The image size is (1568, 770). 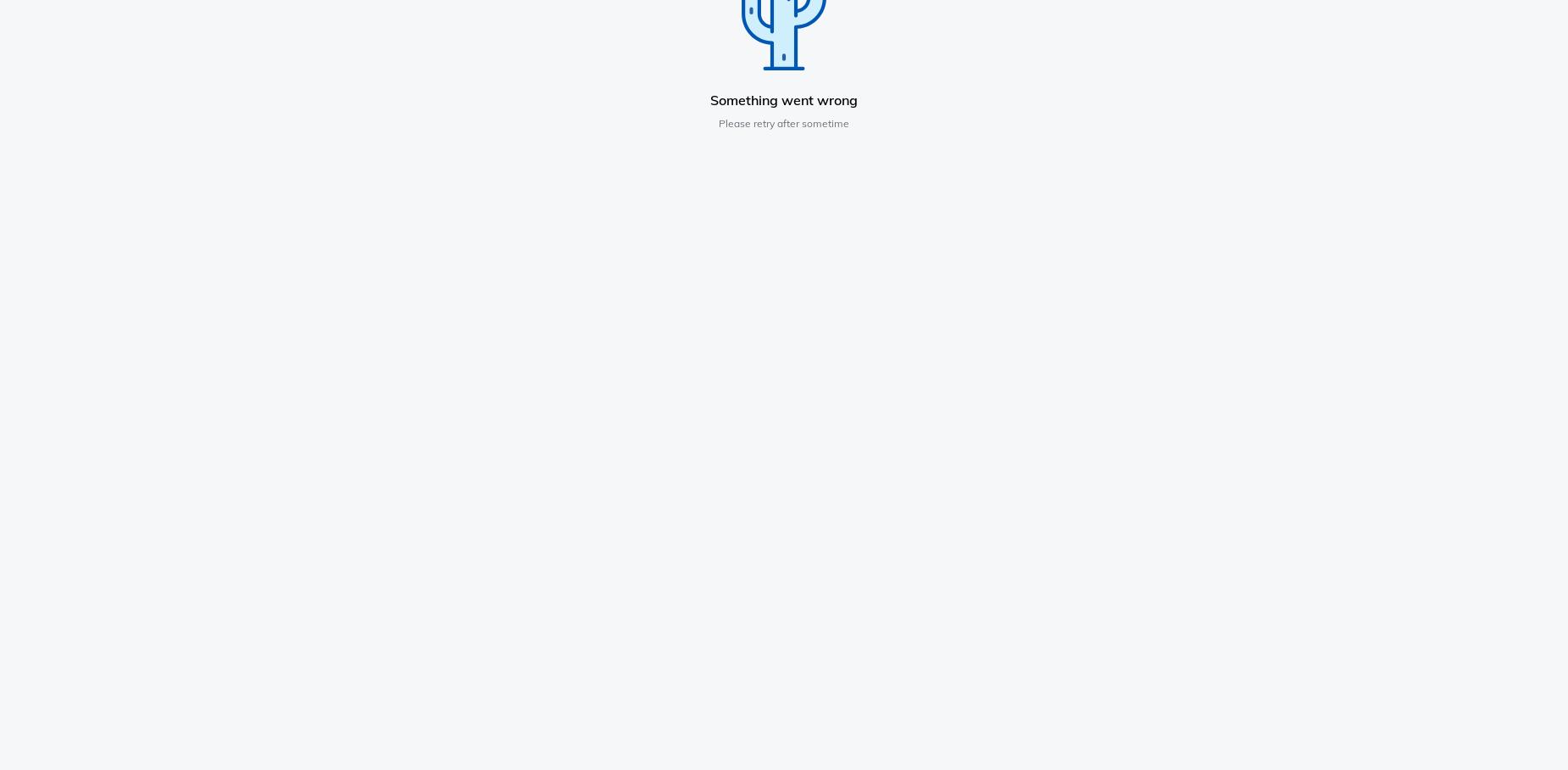 I want to click on 'About Us', so click(x=325, y=315).